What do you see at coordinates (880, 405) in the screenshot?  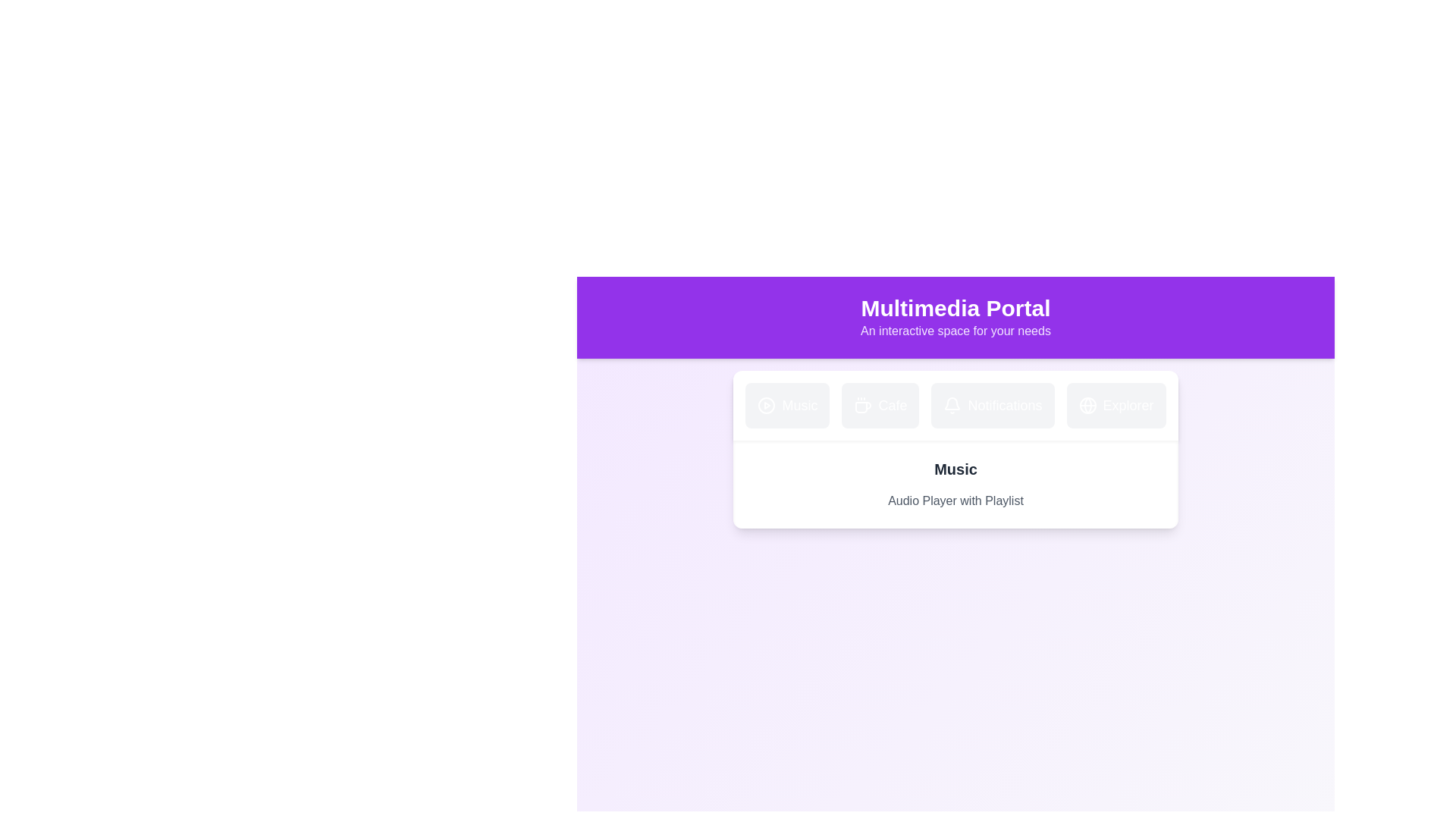 I see `the 'Cafe' tab in the menu` at bounding box center [880, 405].